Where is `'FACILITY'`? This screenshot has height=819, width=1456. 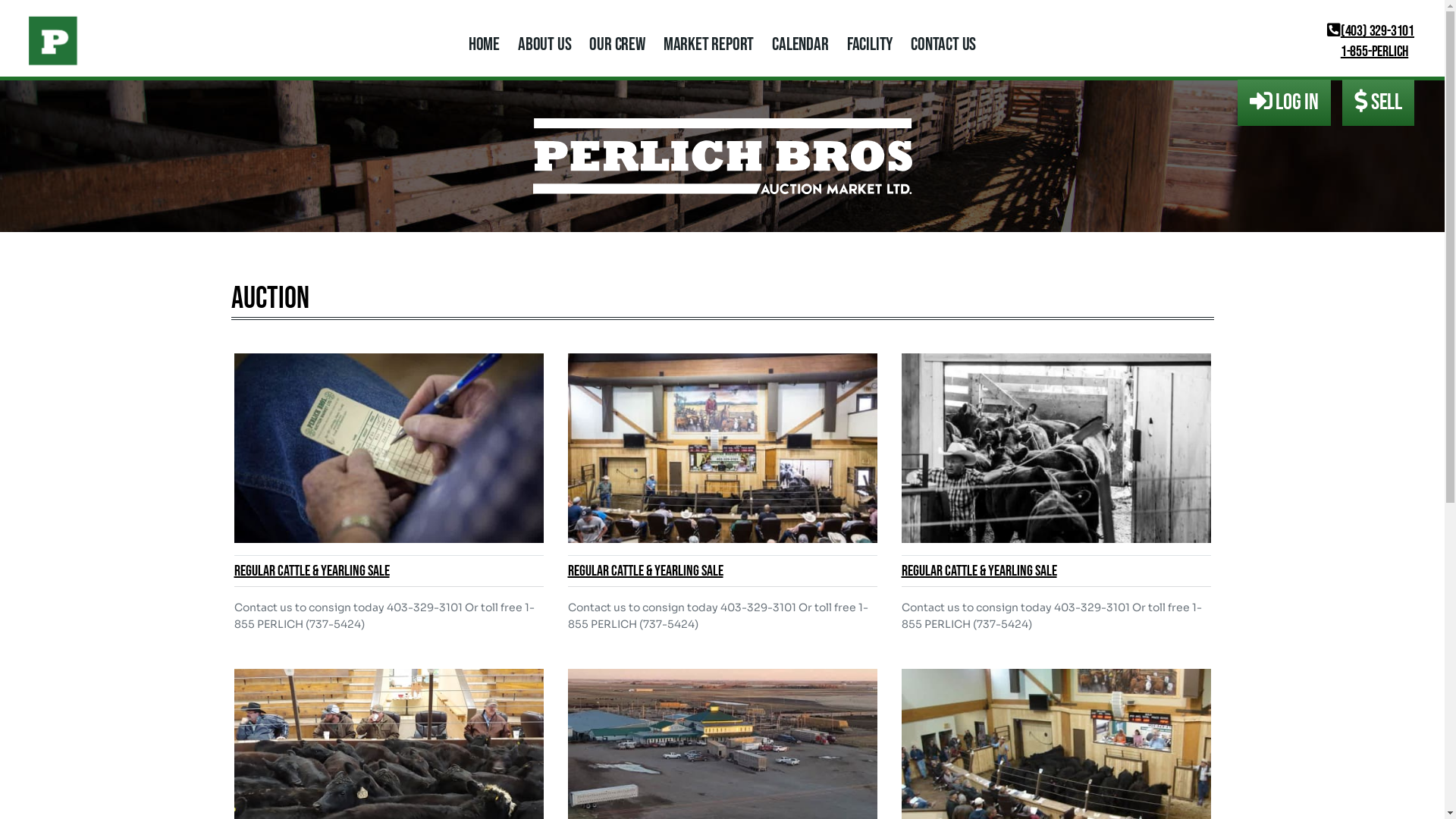
'FACILITY' is located at coordinates (870, 43).